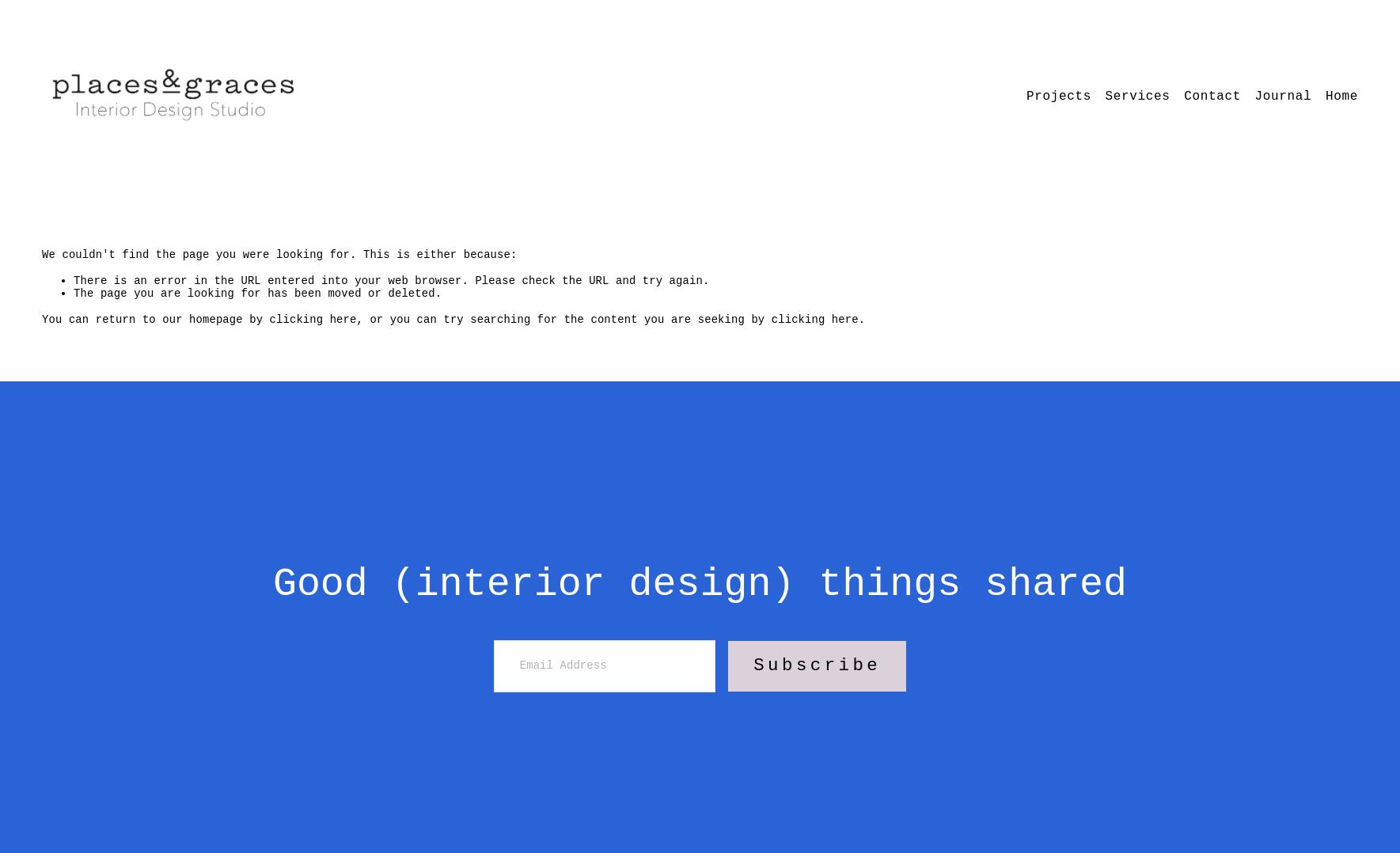 The image size is (1400, 853). What do you see at coordinates (1282, 97) in the screenshot?
I see `'Journal'` at bounding box center [1282, 97].